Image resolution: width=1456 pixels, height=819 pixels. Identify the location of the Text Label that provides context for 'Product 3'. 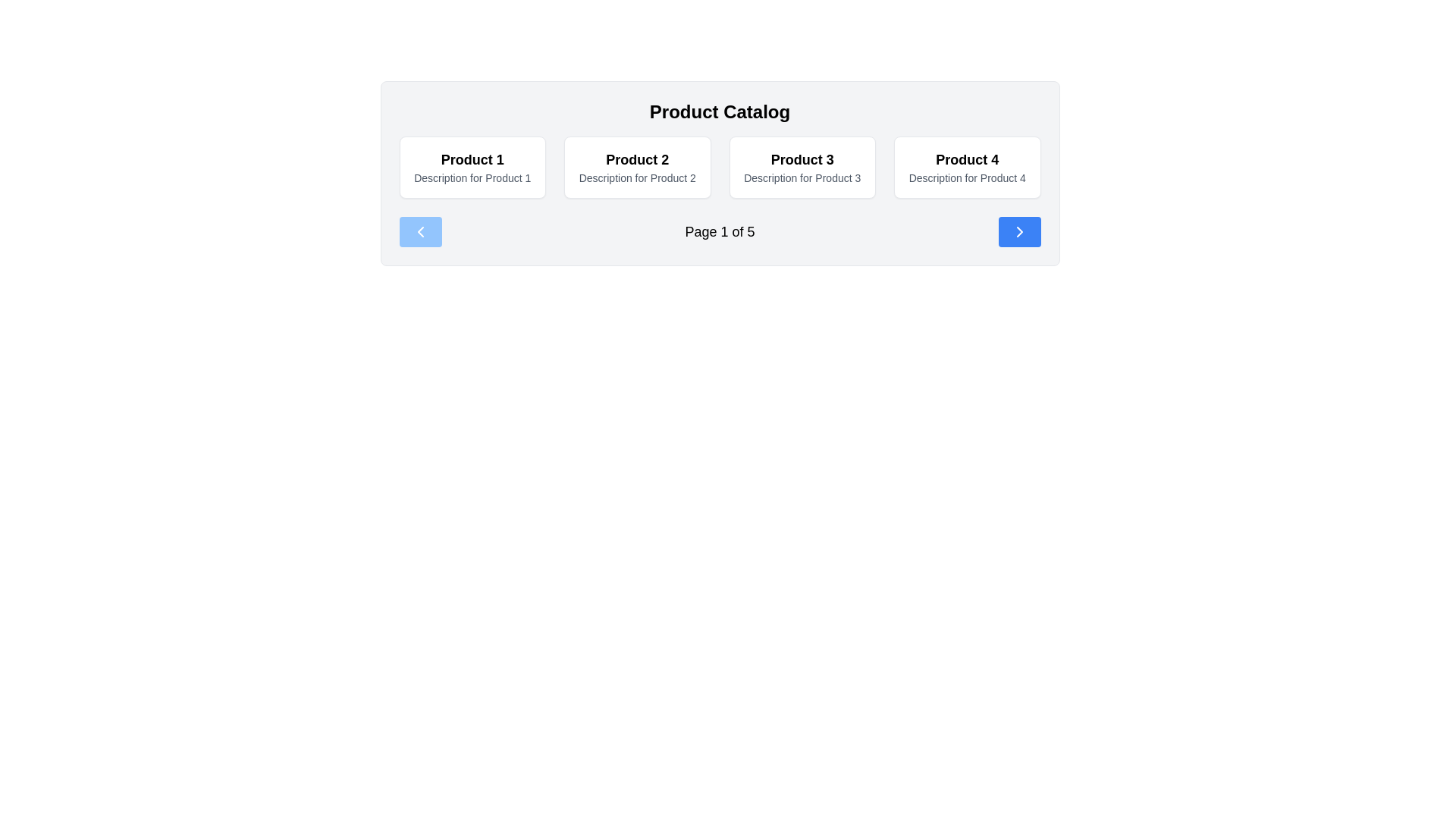
(802, 177).